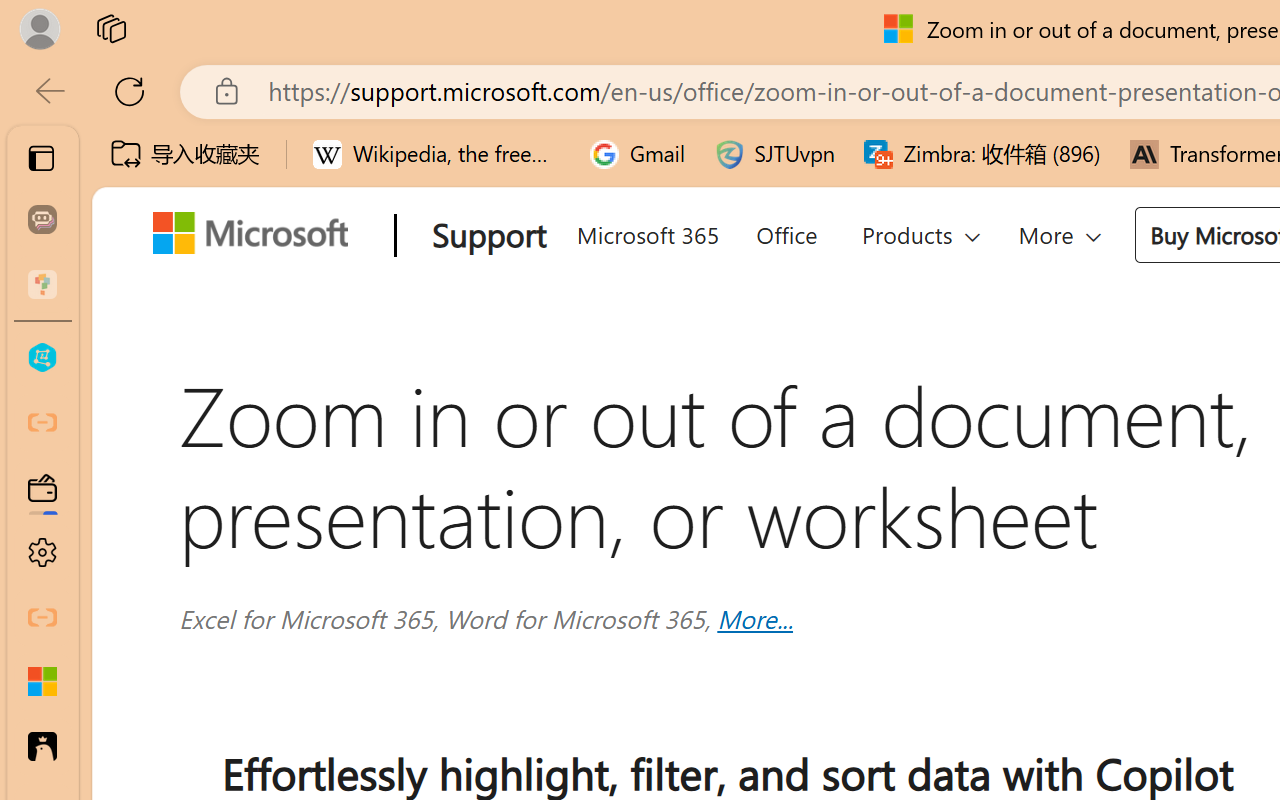 Image resolution: width=1280 pixels, height=800 pixels. I want to click on 'Wikipedia, the free encyclopedia', so click(436, 154).